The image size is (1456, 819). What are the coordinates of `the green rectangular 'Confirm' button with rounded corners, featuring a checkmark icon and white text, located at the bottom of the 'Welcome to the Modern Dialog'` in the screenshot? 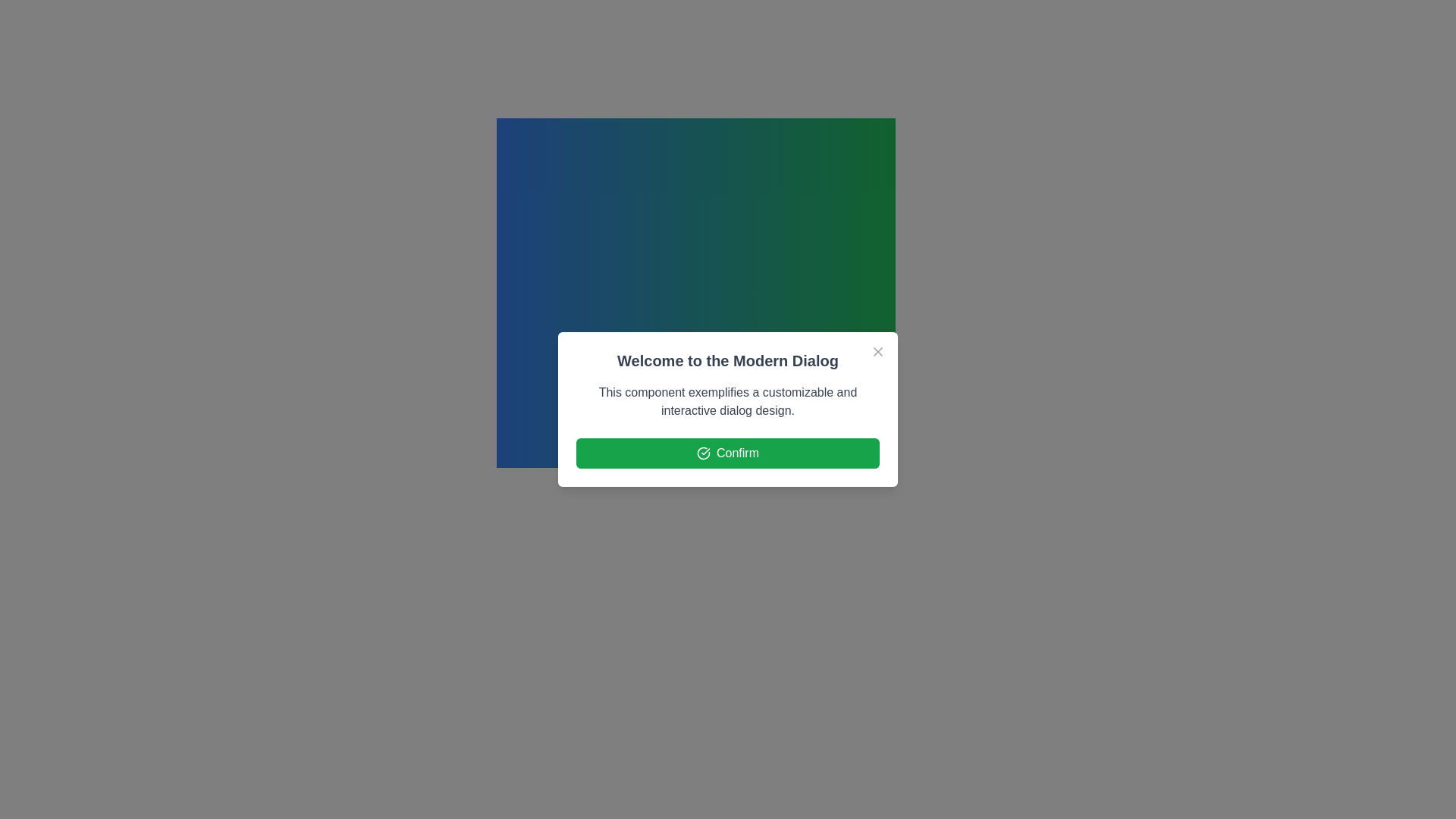 It's located at (728, 452).